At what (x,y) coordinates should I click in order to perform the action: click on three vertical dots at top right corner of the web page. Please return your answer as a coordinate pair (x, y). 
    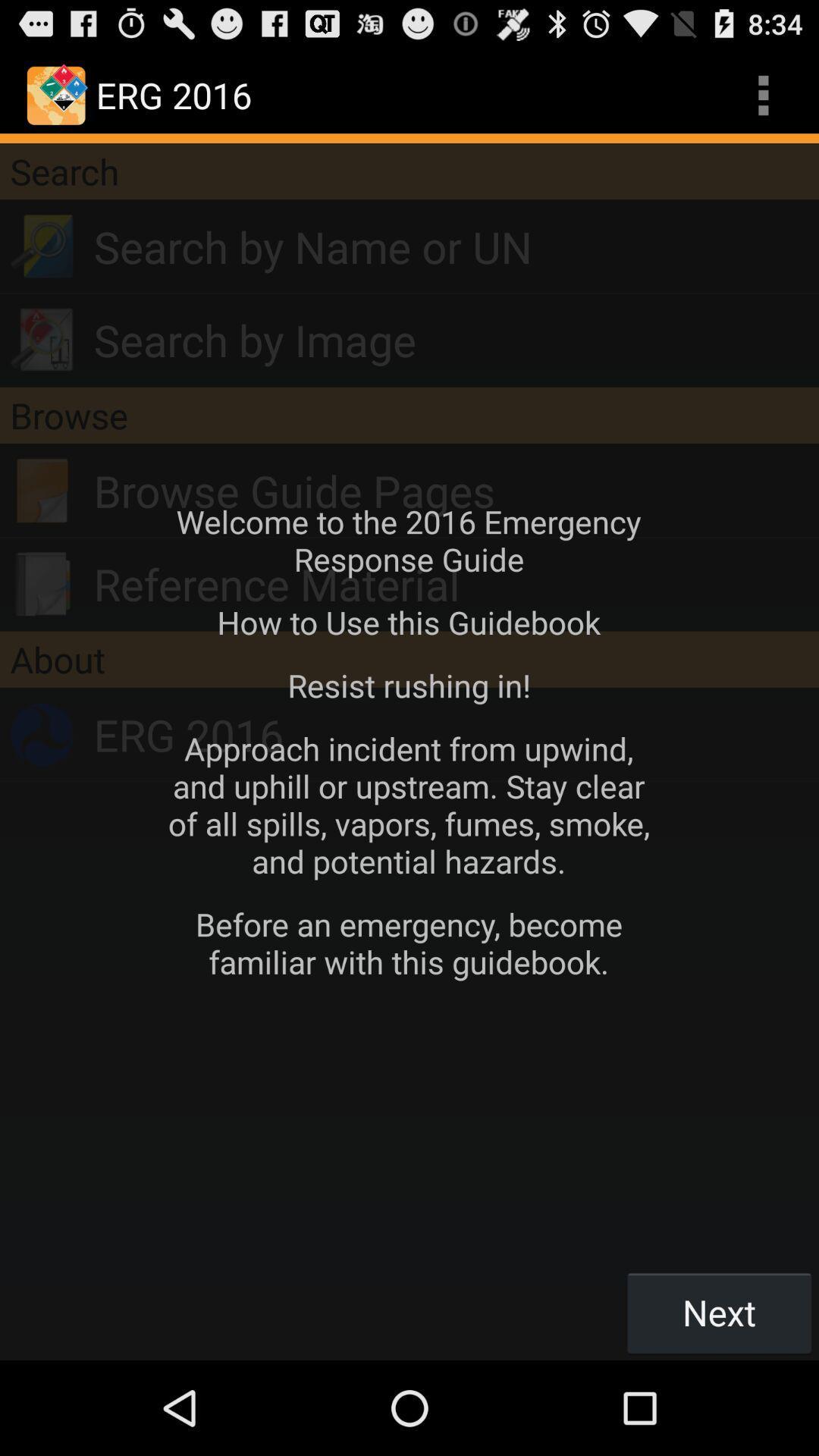
    Looking at the image, I should click on (763, 94).